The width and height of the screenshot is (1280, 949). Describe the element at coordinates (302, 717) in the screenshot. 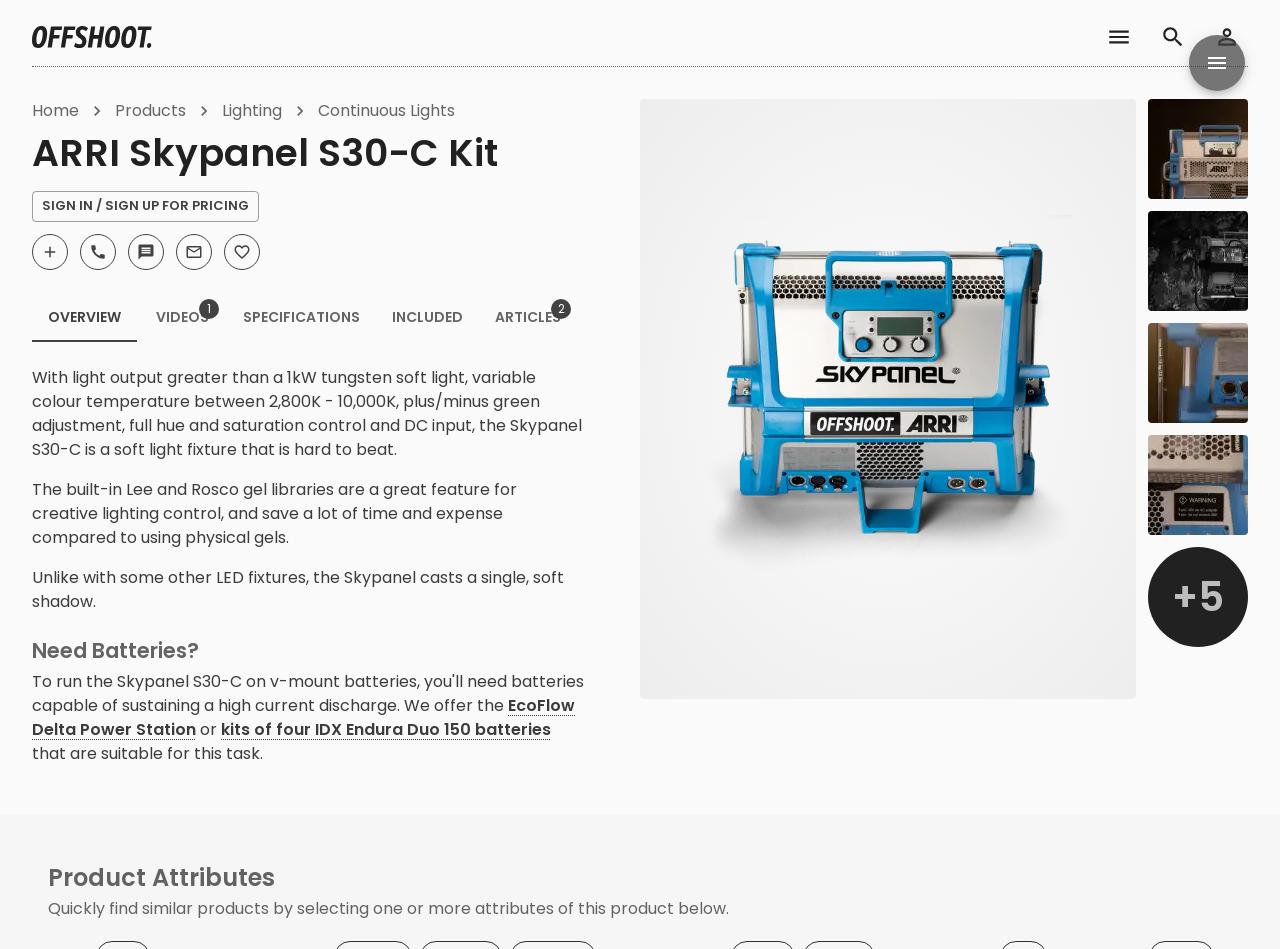

I see `'EcoFlow Delta Power Station'` at that location.